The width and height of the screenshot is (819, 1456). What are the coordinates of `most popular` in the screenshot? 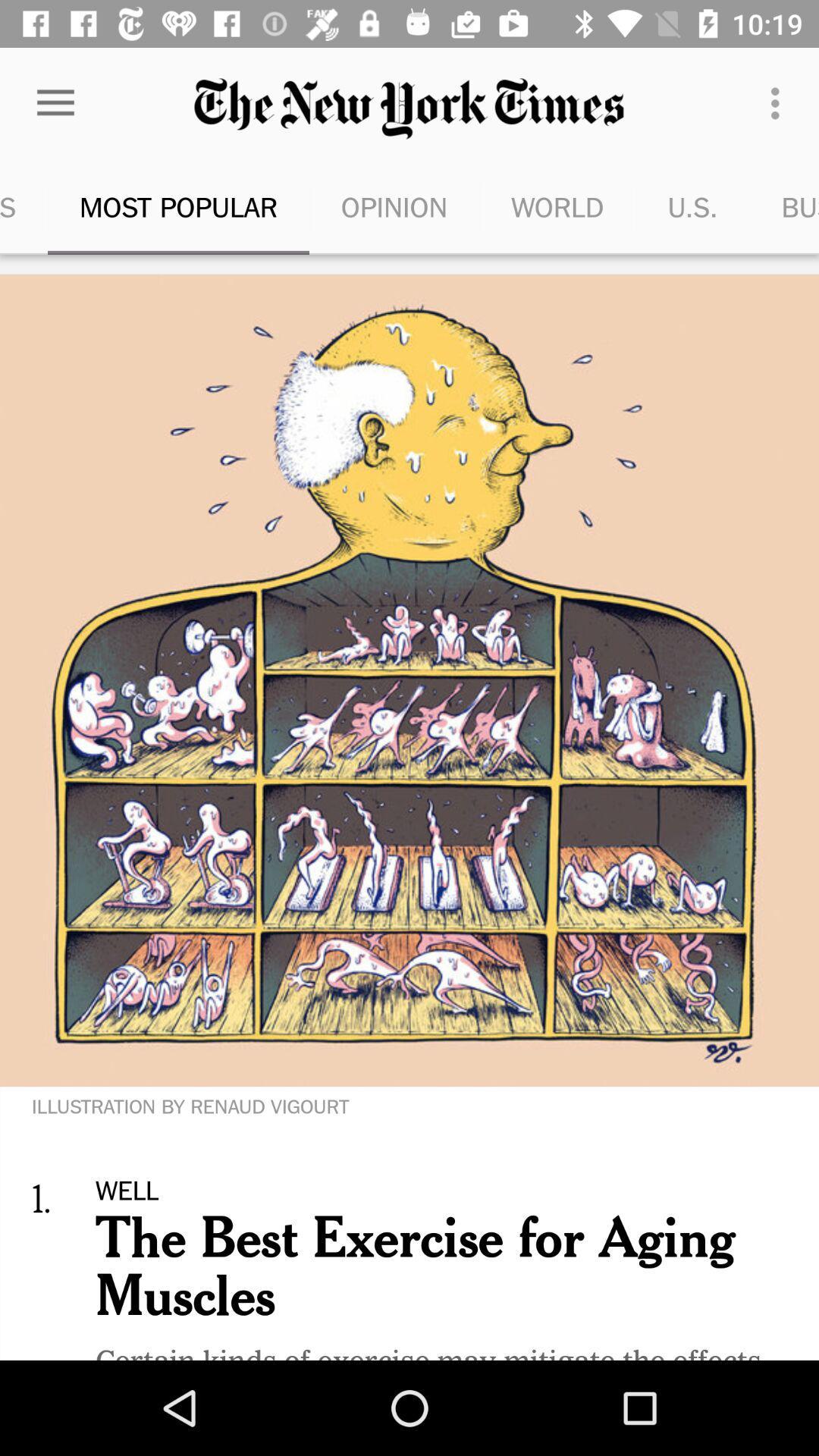 It's located at (177, 206).